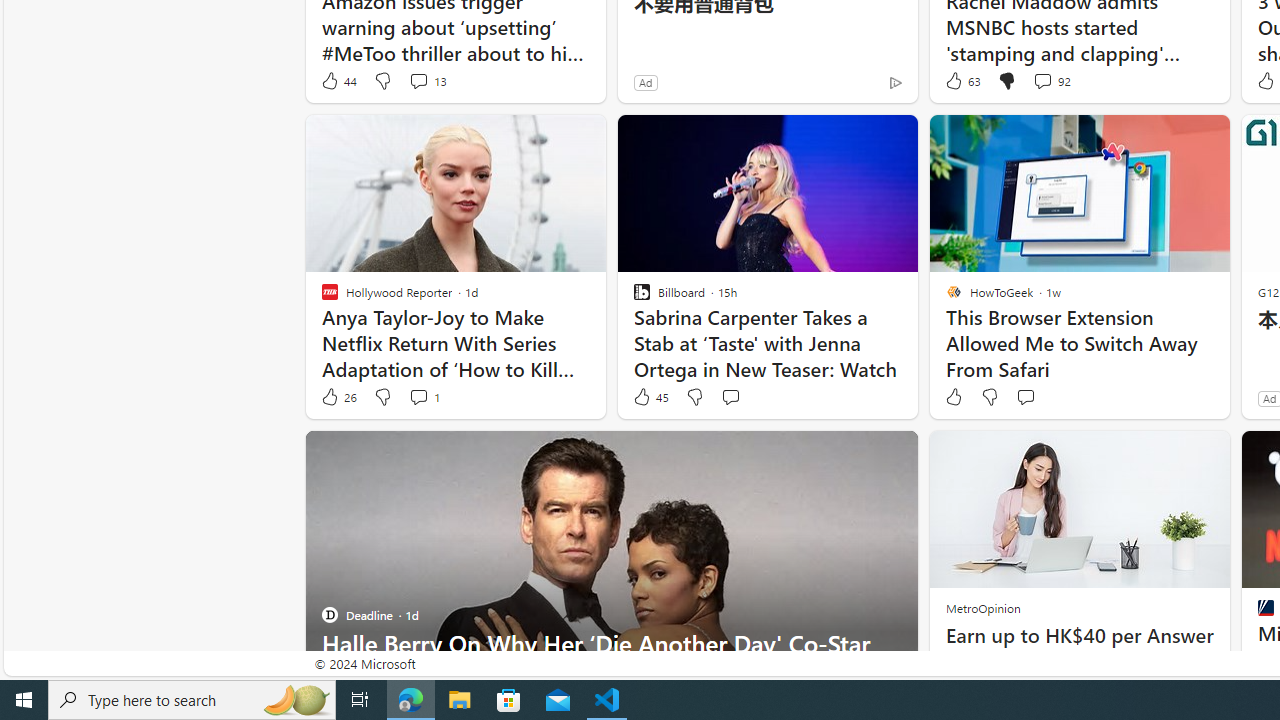 The height and width of the screenshot is (720, 1280). Describe the element at coordinates (337, 80) in the screenshot. I see `'44 Like'` at that location.